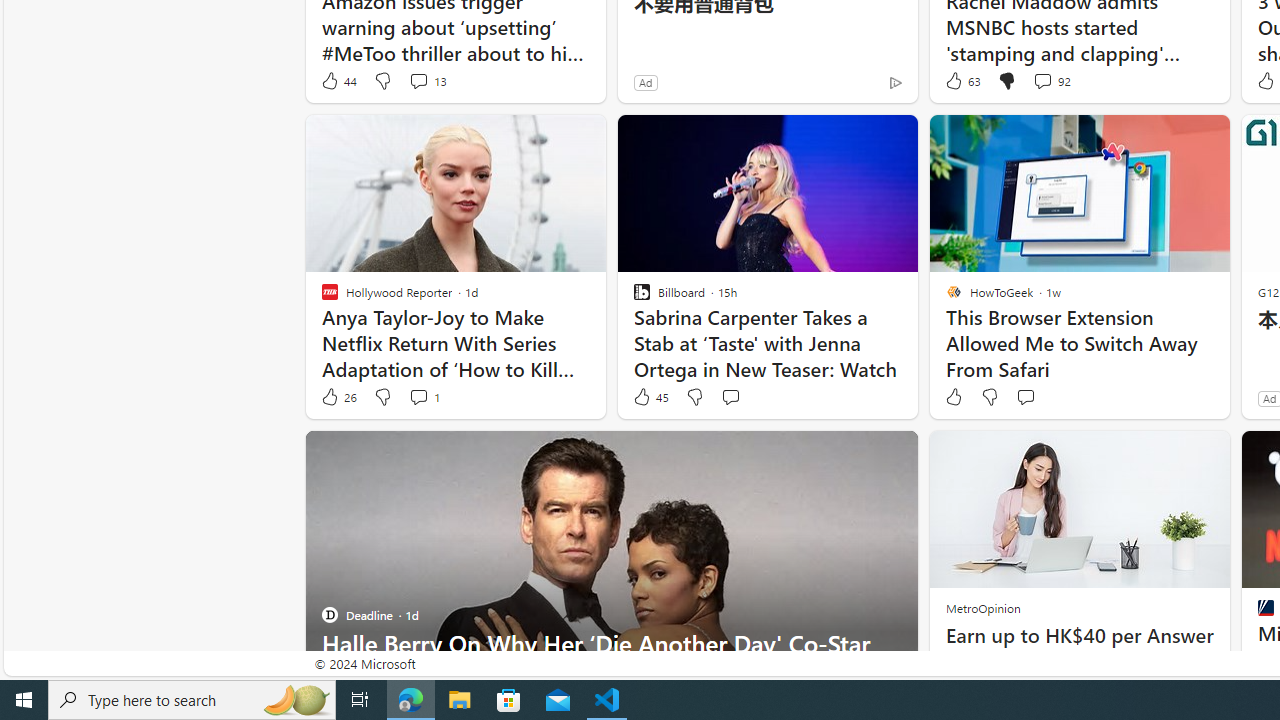 The height and width of the screenshot is (720, 1280). Describe the element at coordinates (337, 80) in the screenshot. I see `'44 Like'` at that location.